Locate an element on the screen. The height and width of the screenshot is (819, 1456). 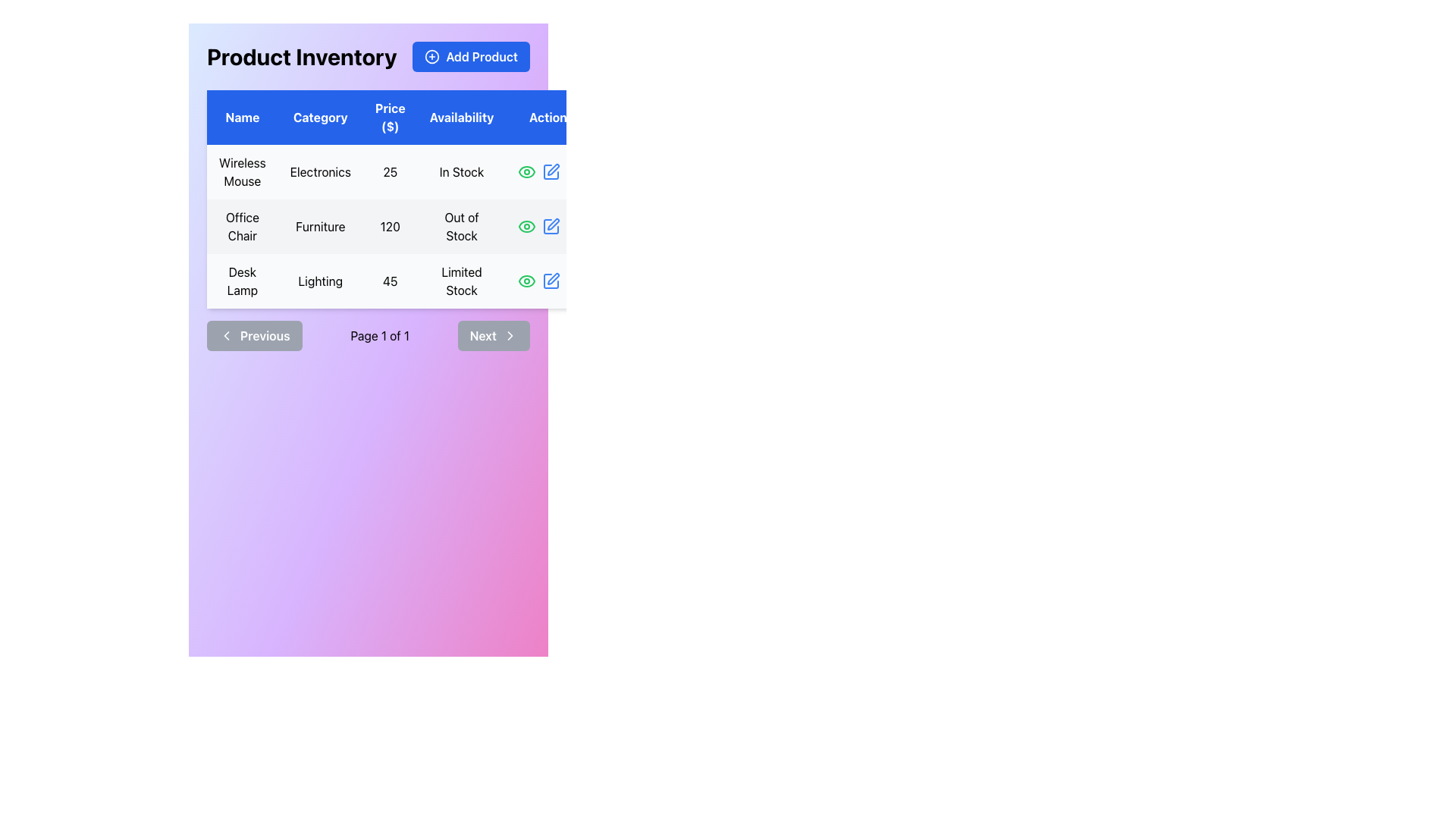
the edit button in the Actions column of the 'Desk Lamp' product row is located at coordinates (551, 281).